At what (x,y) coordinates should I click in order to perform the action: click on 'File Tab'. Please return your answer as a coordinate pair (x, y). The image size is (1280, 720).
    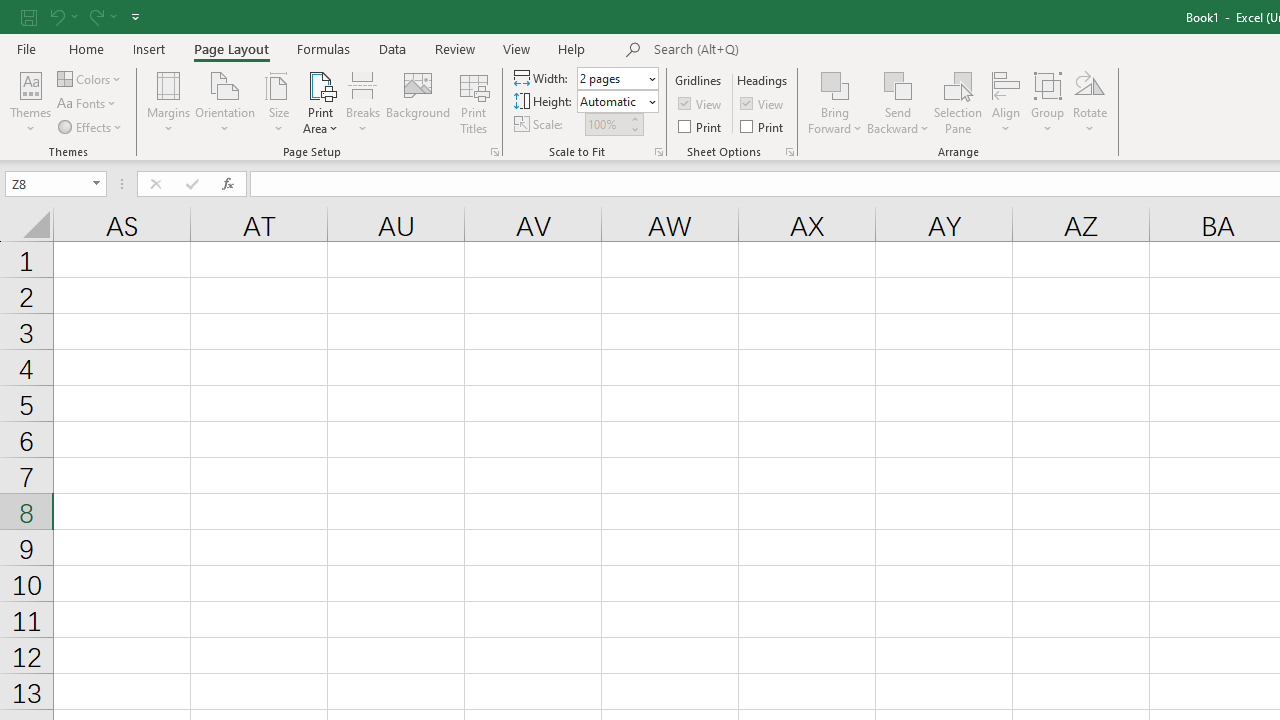
    Looking at the image, I should click on (26, 47).